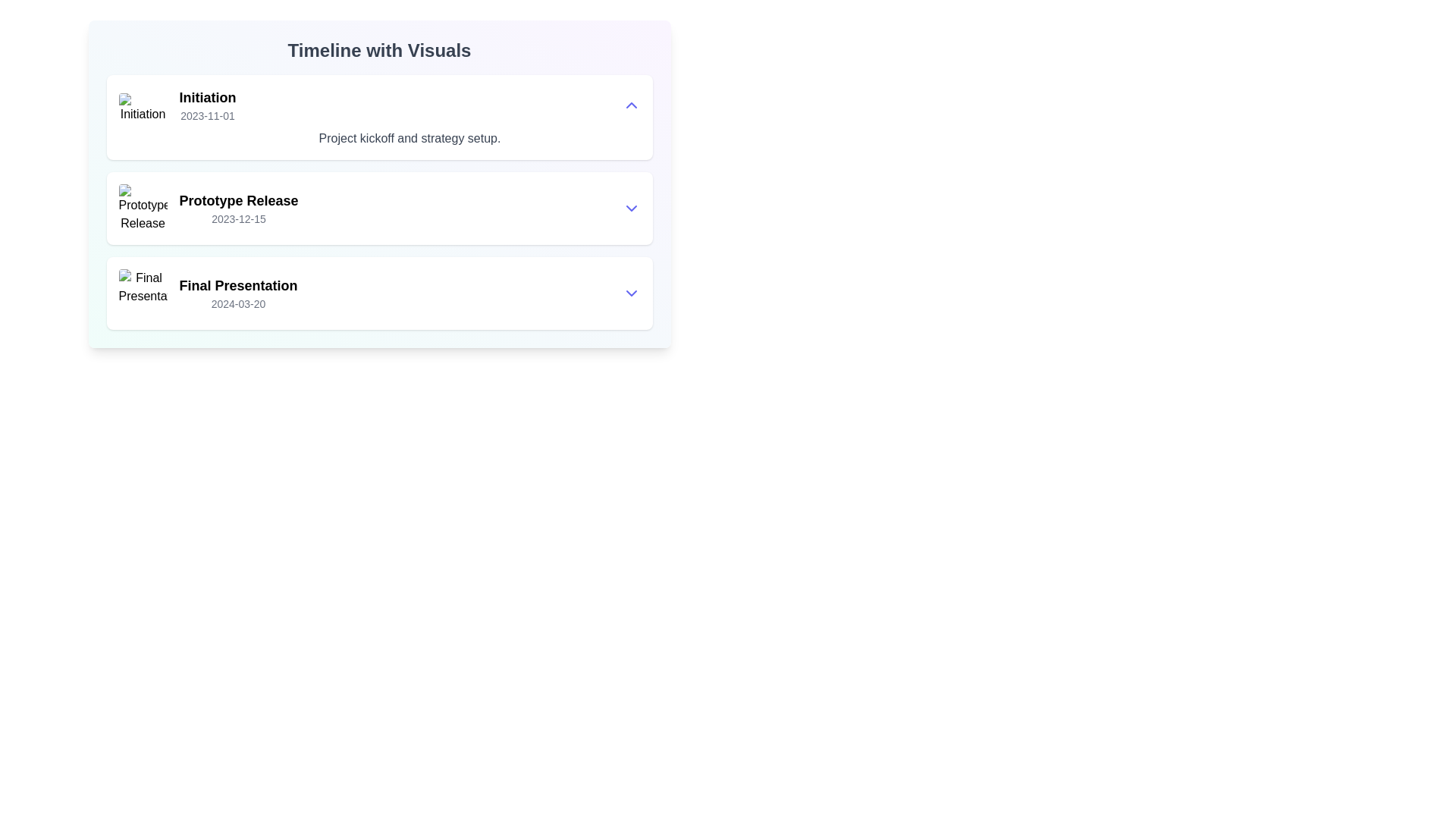  Describe the element at coordinates (206, 115) in the screenshot. I see `the text label displaying the date associated with the 'Initiation' timeline event, located directly below the 'Initiation' title in the timeline interface` at that location.